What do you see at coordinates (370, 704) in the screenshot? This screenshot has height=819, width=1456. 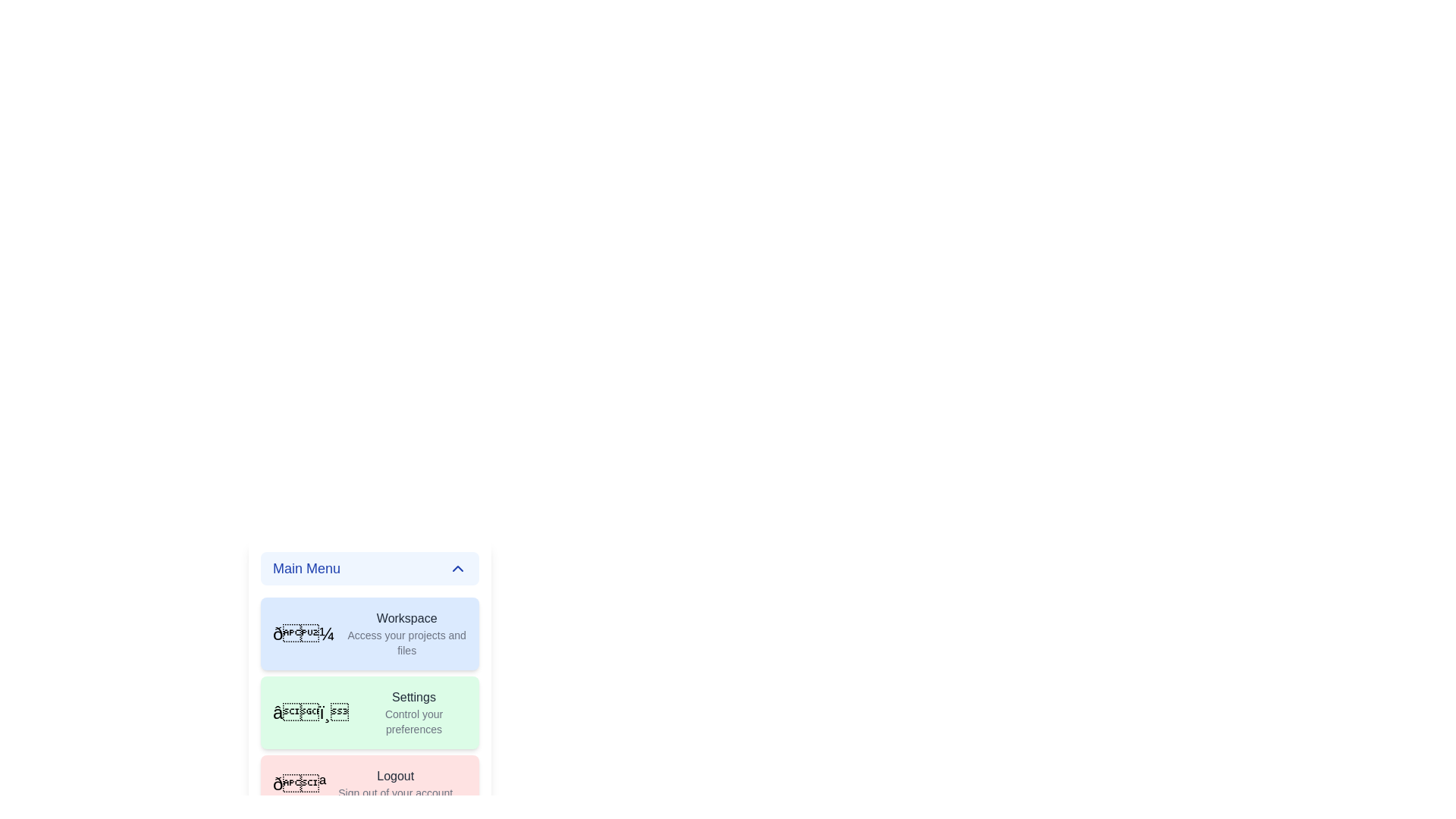 I see `the 'Settings' button` at bounding box center [370, 704].